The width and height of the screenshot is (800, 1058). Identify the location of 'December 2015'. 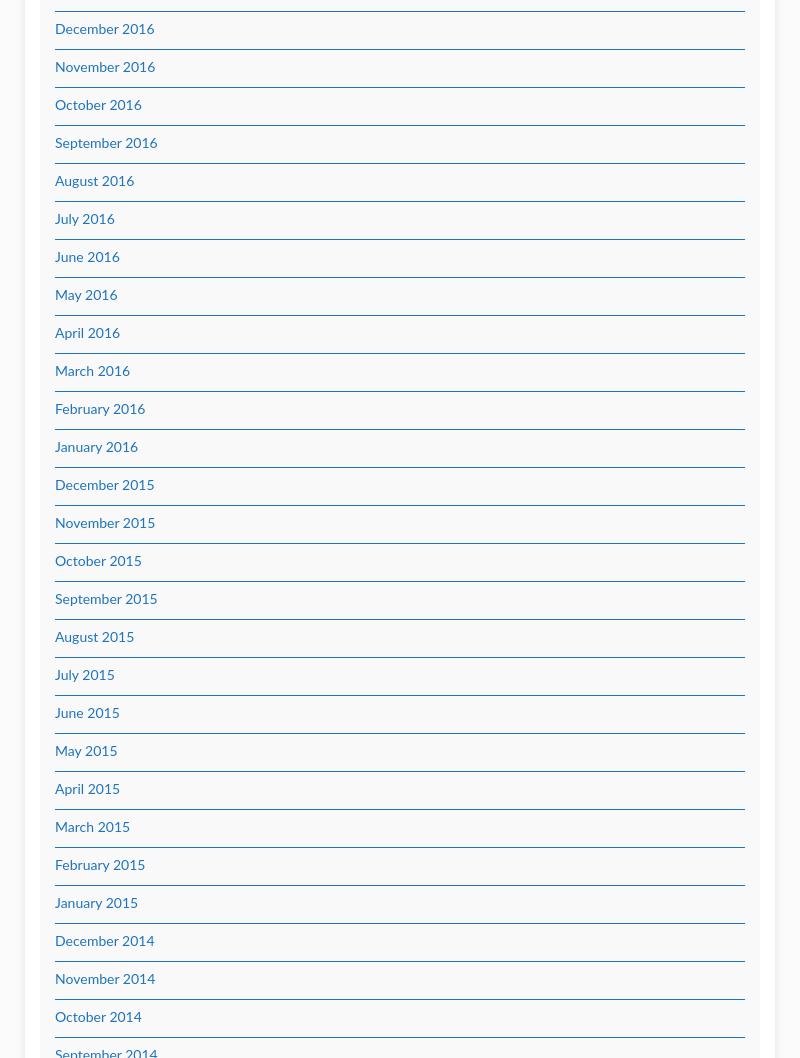
(103, 485).